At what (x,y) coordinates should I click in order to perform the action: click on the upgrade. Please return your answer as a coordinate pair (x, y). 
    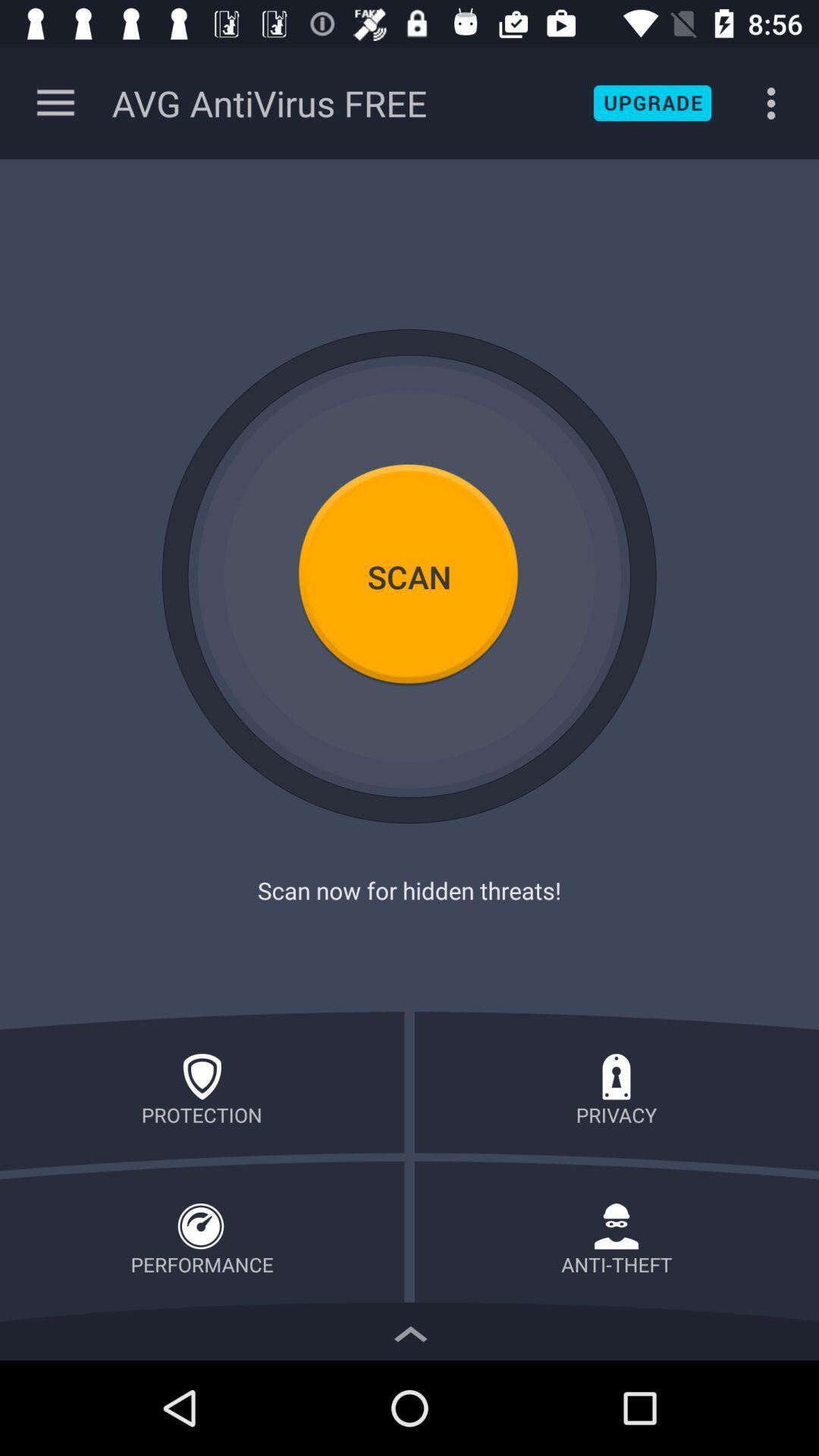
    Looking at the image, I should click on (651, 102).